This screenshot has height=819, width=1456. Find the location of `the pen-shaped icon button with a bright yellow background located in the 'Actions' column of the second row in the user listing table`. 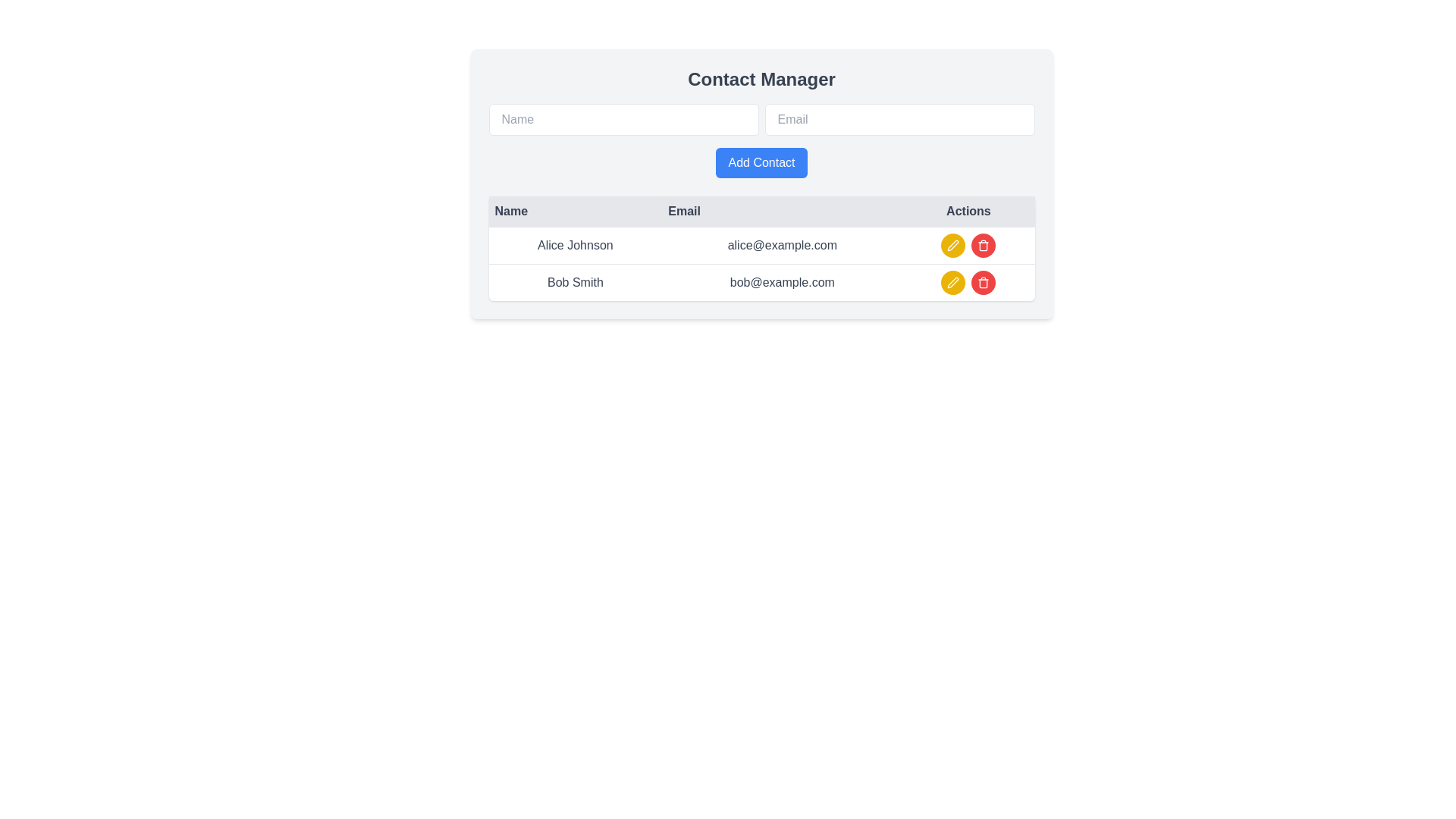

the pen-shaped icon button with a bright yellow background located in the 'Actions' column of the second row in the user listing table is located at coordinates (952, 245).